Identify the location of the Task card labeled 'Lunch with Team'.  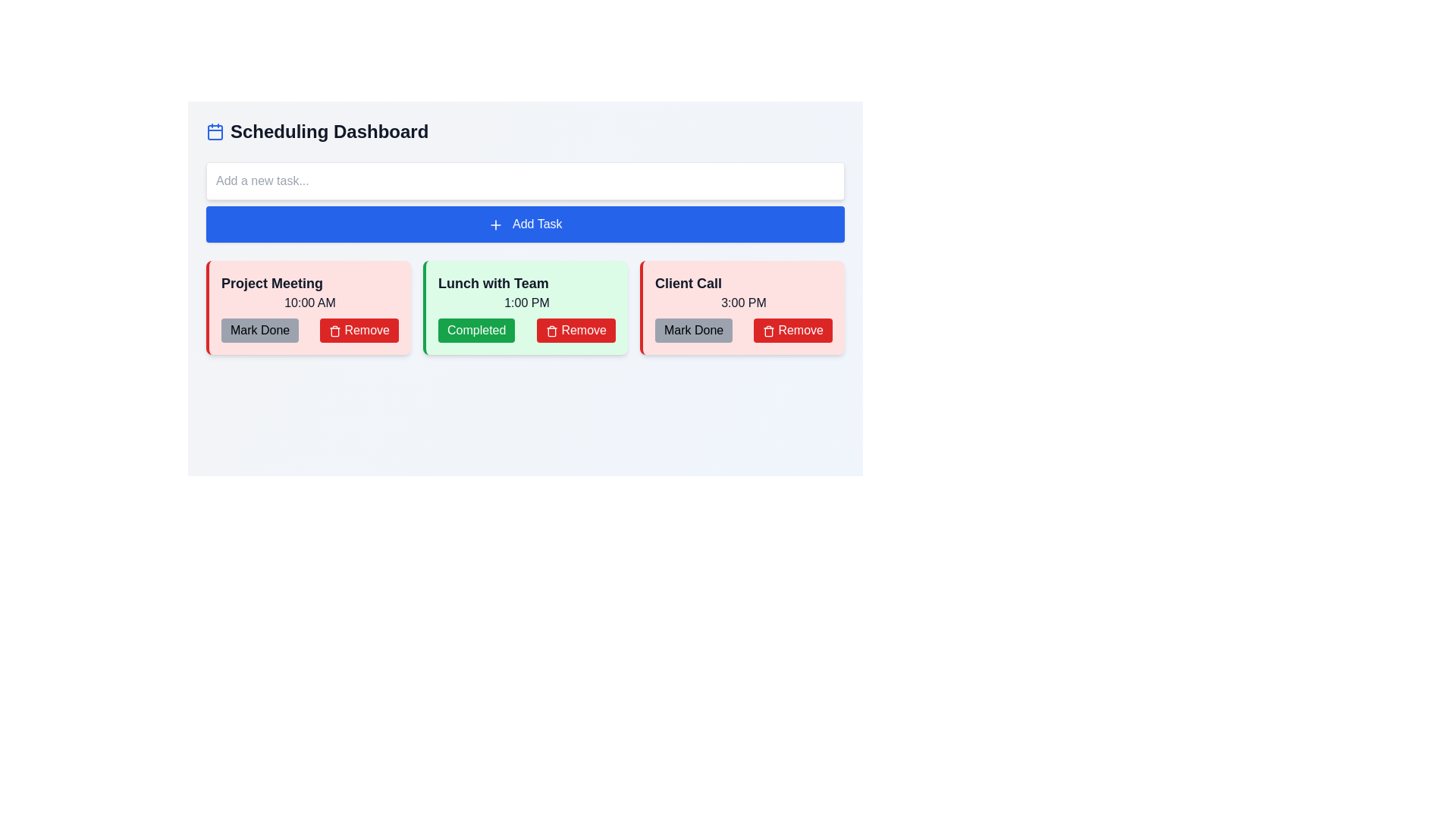
(525, 257).